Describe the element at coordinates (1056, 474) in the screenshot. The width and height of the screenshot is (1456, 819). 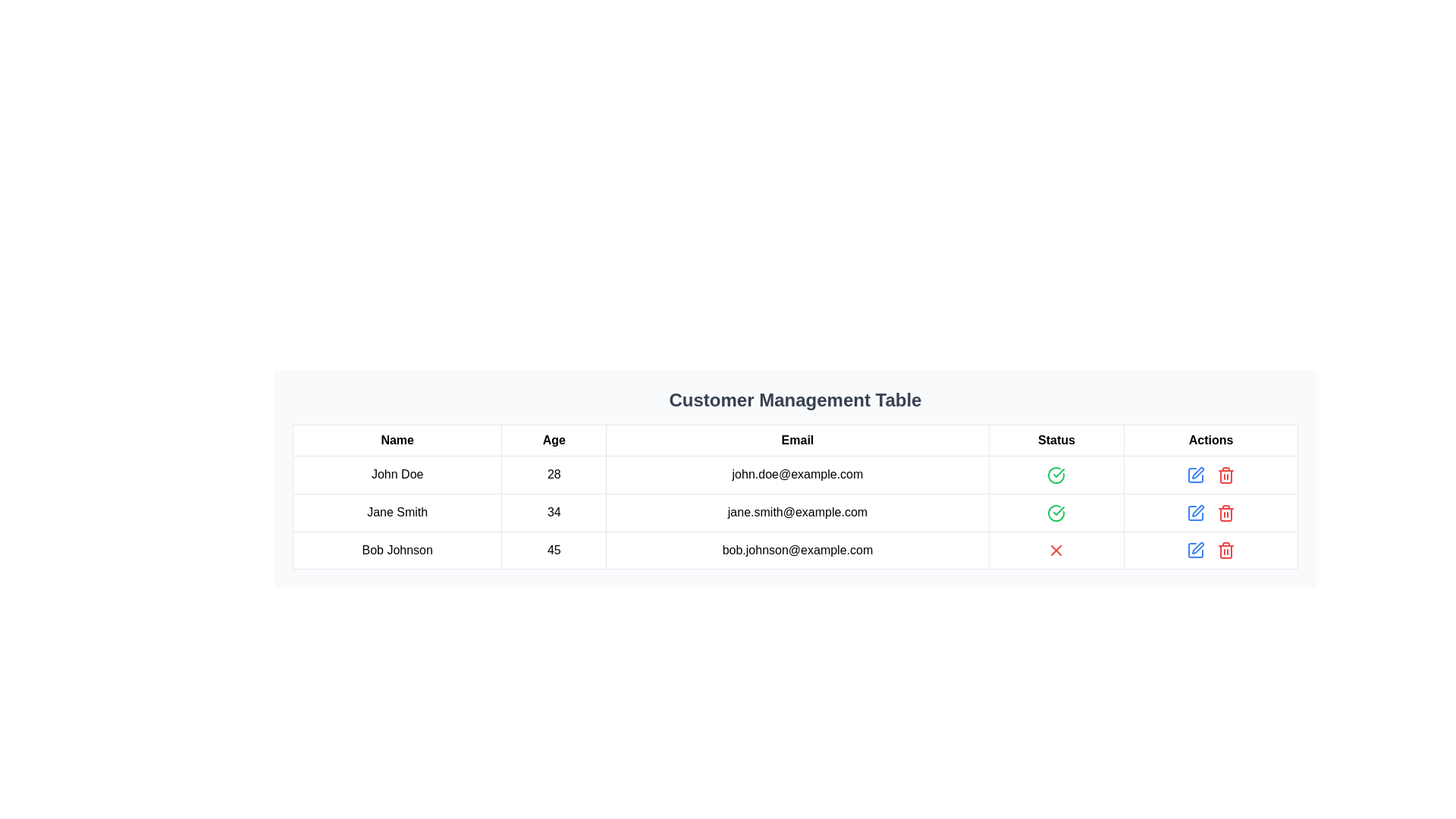
I see `the circular icon with a green border that represents a check mark in the 'Status' column of the second row in the table layout, indicating a successful status` at that location.